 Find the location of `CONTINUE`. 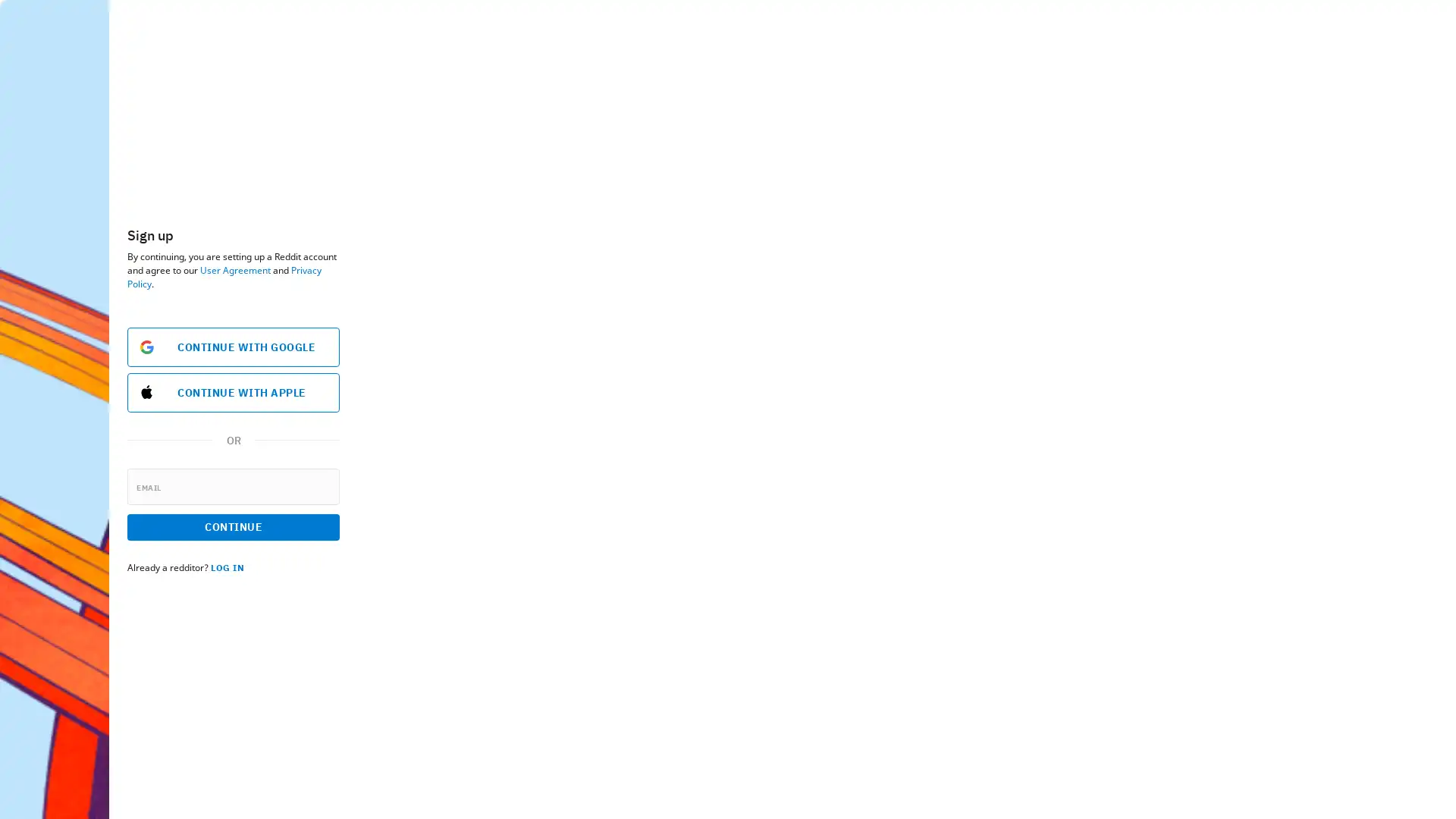

CONTINUE is located at coordinates (232, 526).